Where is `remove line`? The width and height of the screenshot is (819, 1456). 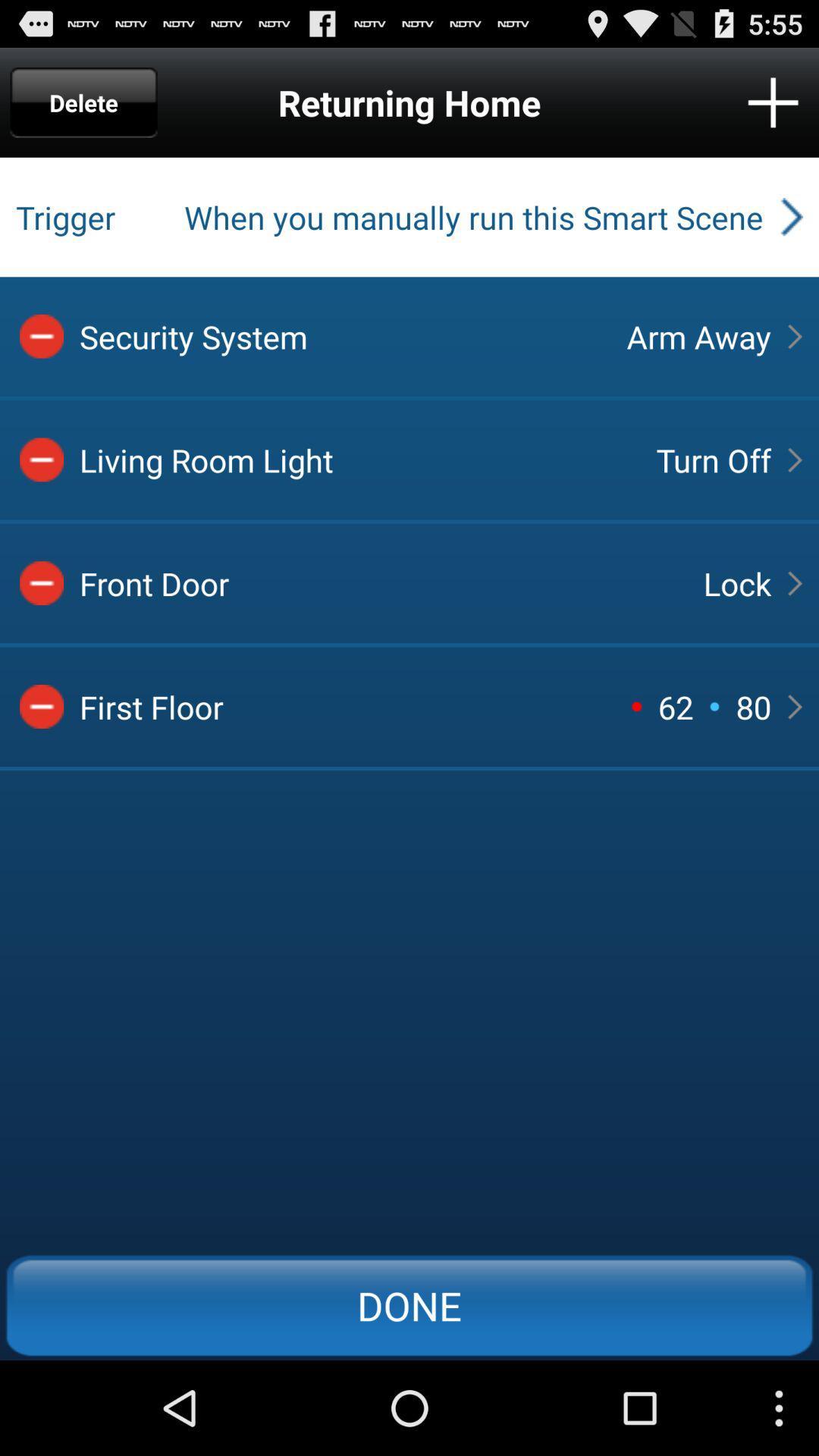 remove line is located at coordinates (41, 335).